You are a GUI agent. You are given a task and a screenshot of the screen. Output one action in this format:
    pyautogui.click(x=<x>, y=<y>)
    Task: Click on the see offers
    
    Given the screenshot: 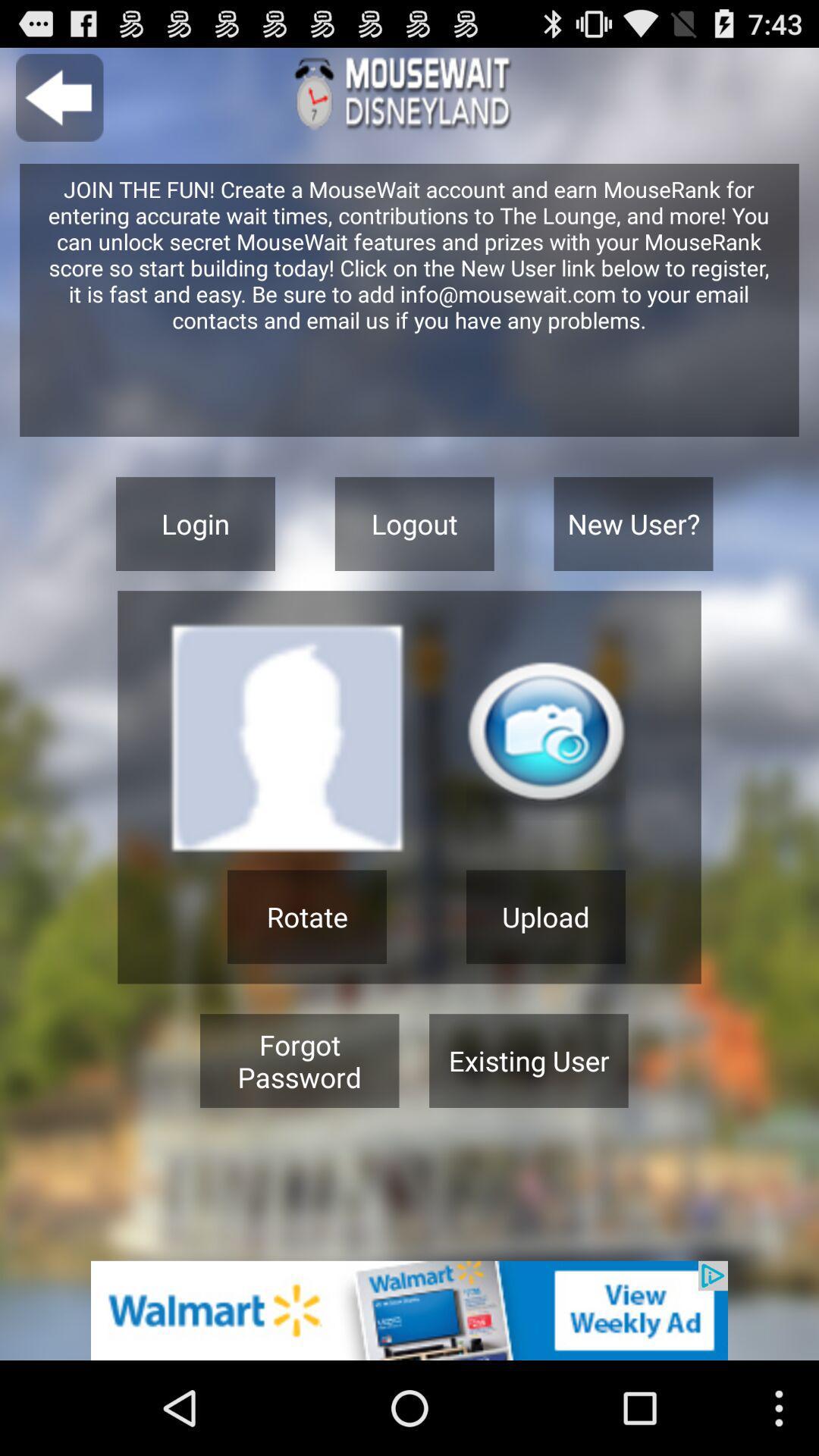 What is the action you would take?
    pyautogui.click(x=409, y=1310)
    